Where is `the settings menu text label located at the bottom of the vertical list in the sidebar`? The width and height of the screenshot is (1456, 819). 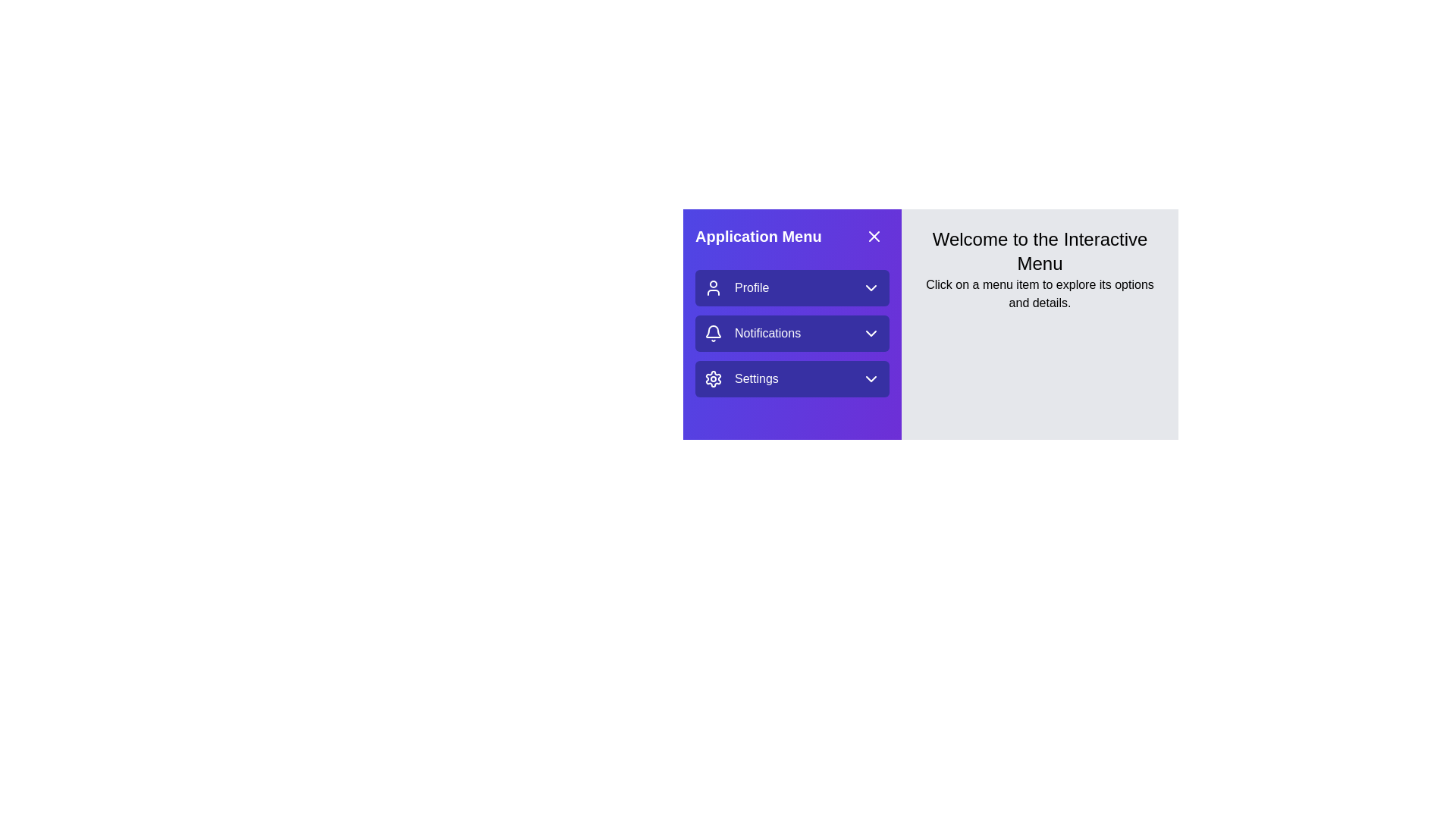
the settings menu text label located at the bottom of the vertical list in the sidebar is located at coordinates (756, 378).